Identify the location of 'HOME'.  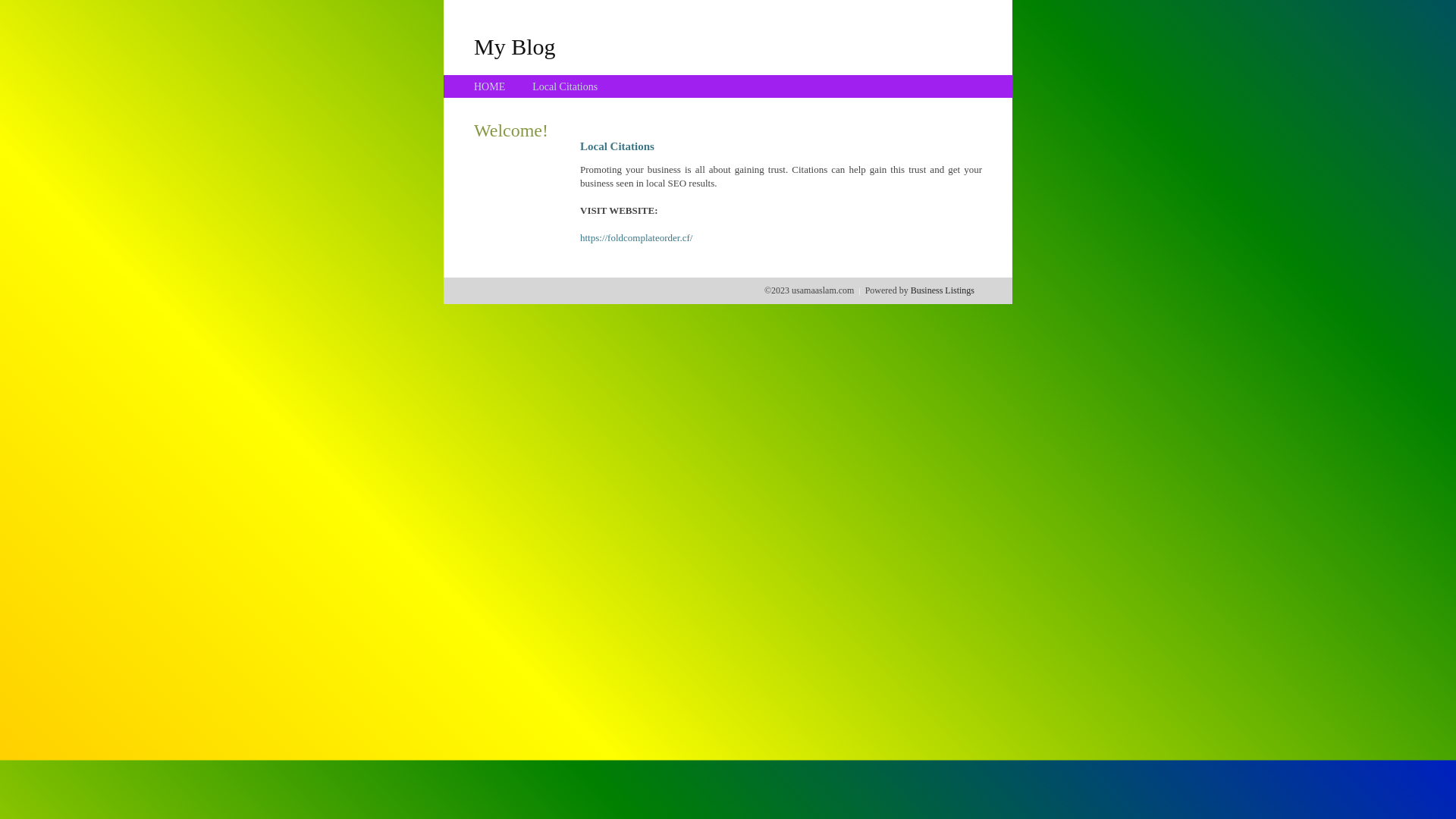
(489, 86).